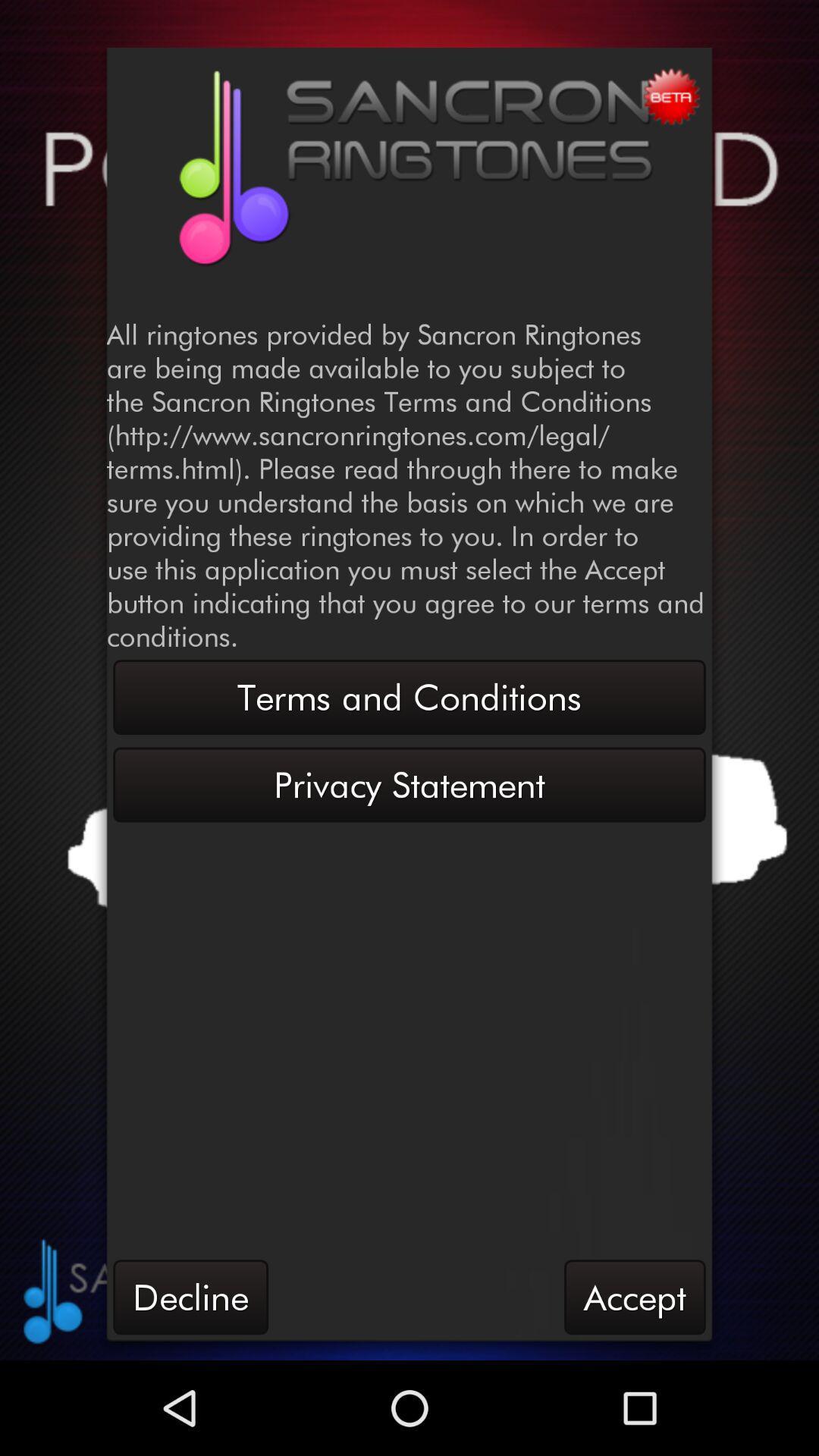  Describe the element at coordinates (635, 1296) in the screenshot. I see `the accept button` at that location.